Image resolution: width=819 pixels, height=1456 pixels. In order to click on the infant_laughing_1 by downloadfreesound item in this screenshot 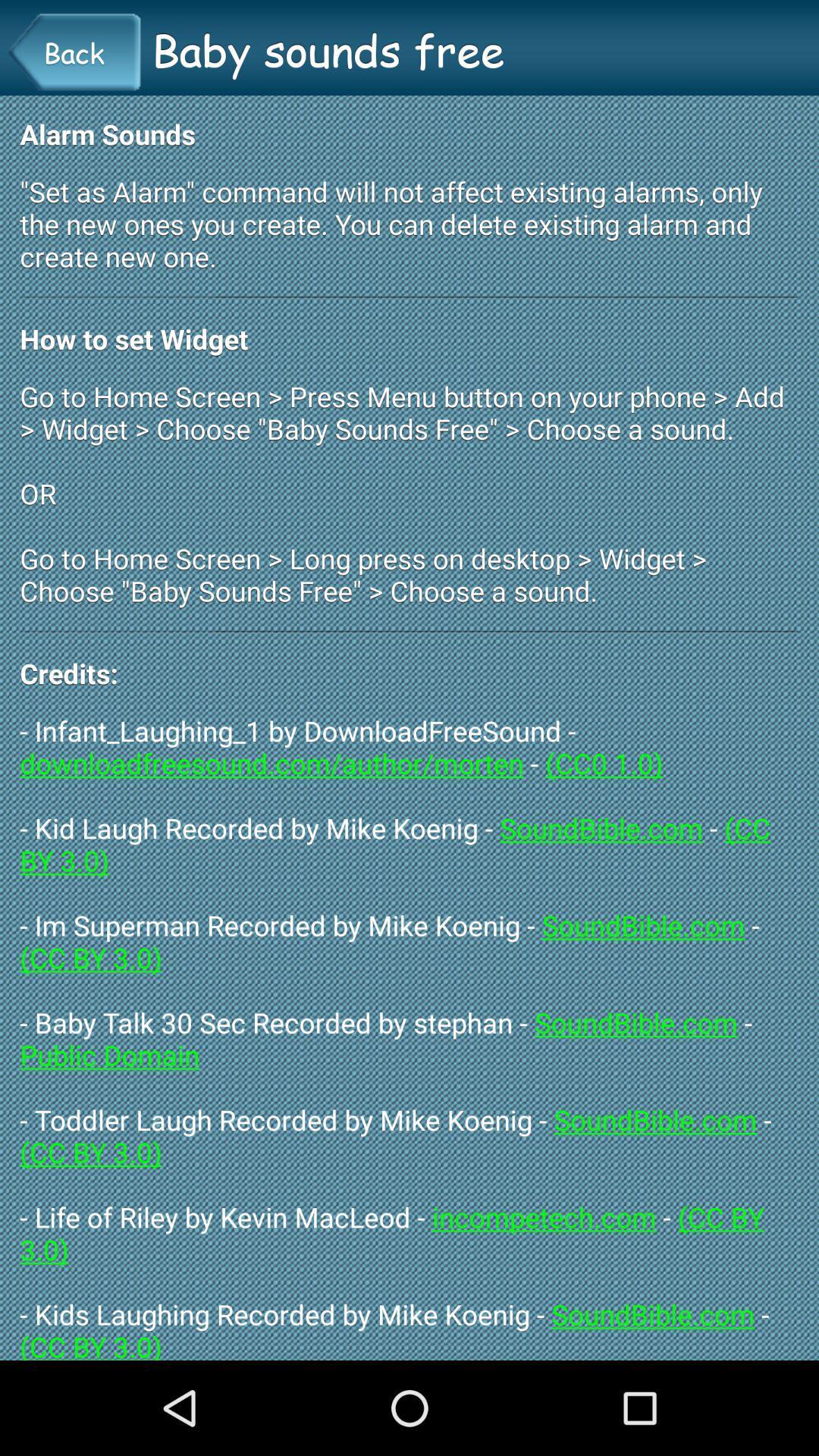, I will do `click(409, 1035)`.